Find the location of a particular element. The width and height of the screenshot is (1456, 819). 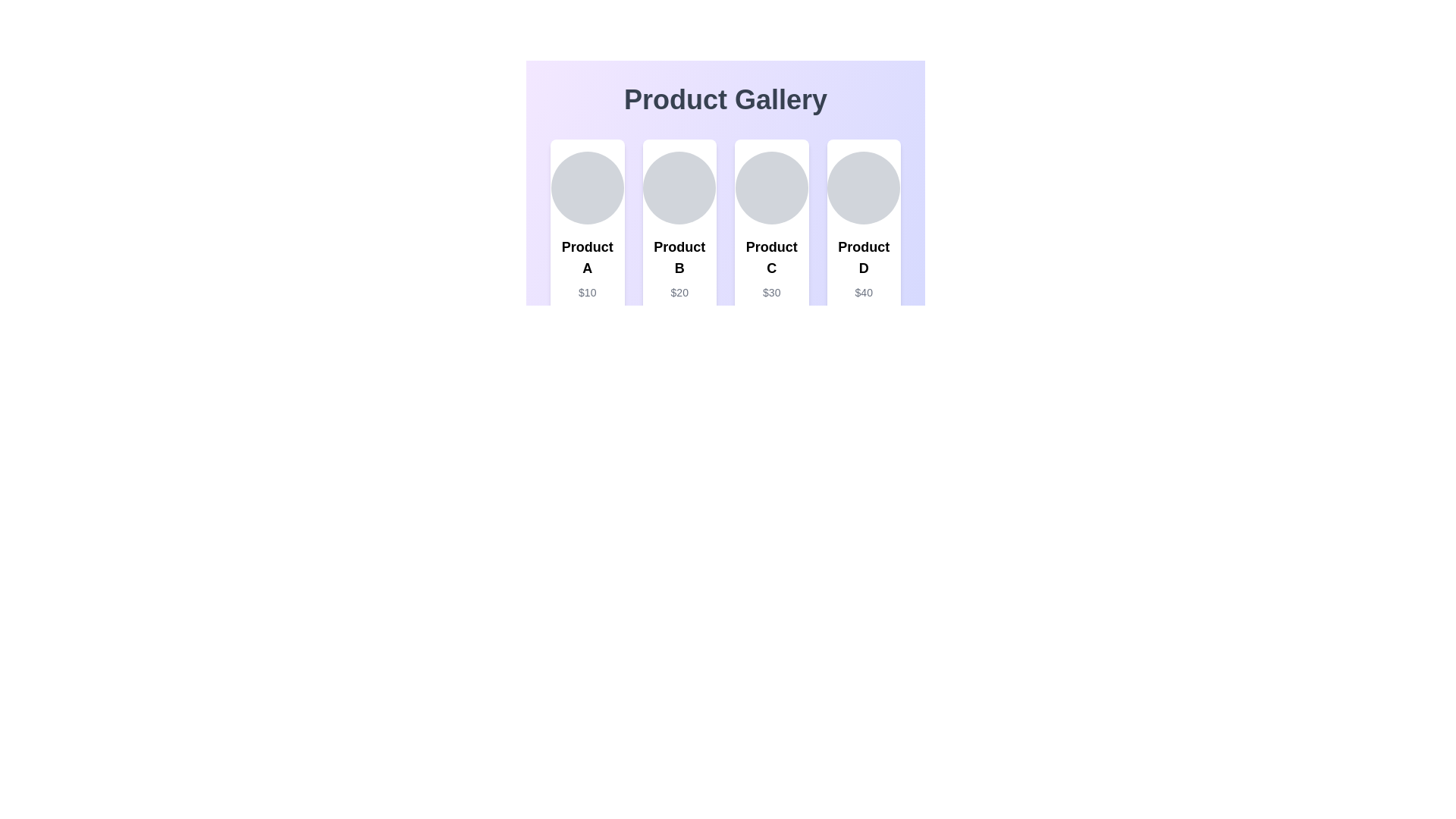

the second button in the horizontal group that functions as an 'Add to Cart' button is located at coordinates (679, 325).